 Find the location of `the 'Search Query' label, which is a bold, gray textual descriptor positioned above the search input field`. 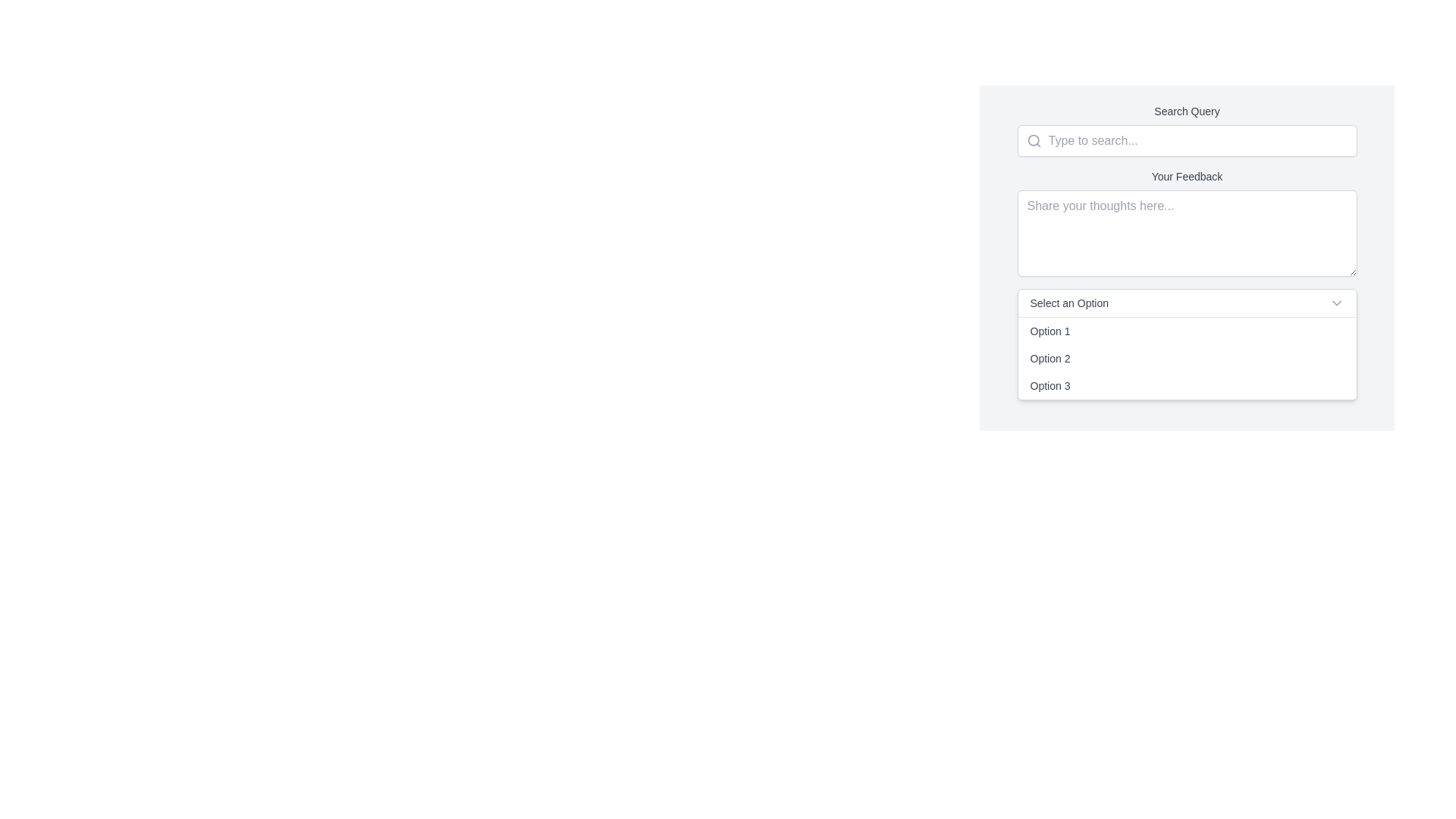

the 'Search Query' label, which is a bold, gray textual descriptor positioned above the search input field is located at coordinates (1186, 110).